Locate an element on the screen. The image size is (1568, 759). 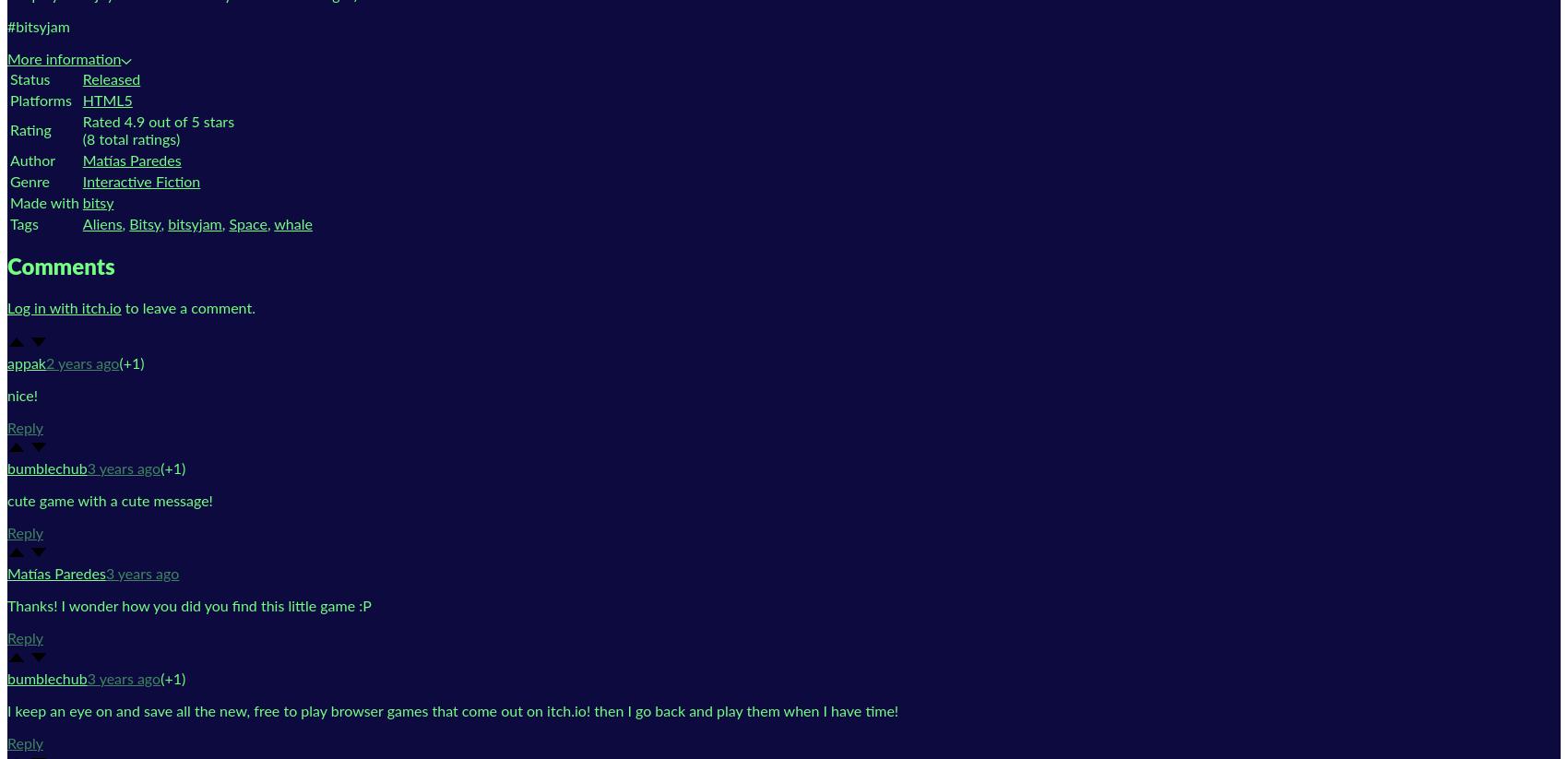
'Platforms' is located at coordinates (10, 99).